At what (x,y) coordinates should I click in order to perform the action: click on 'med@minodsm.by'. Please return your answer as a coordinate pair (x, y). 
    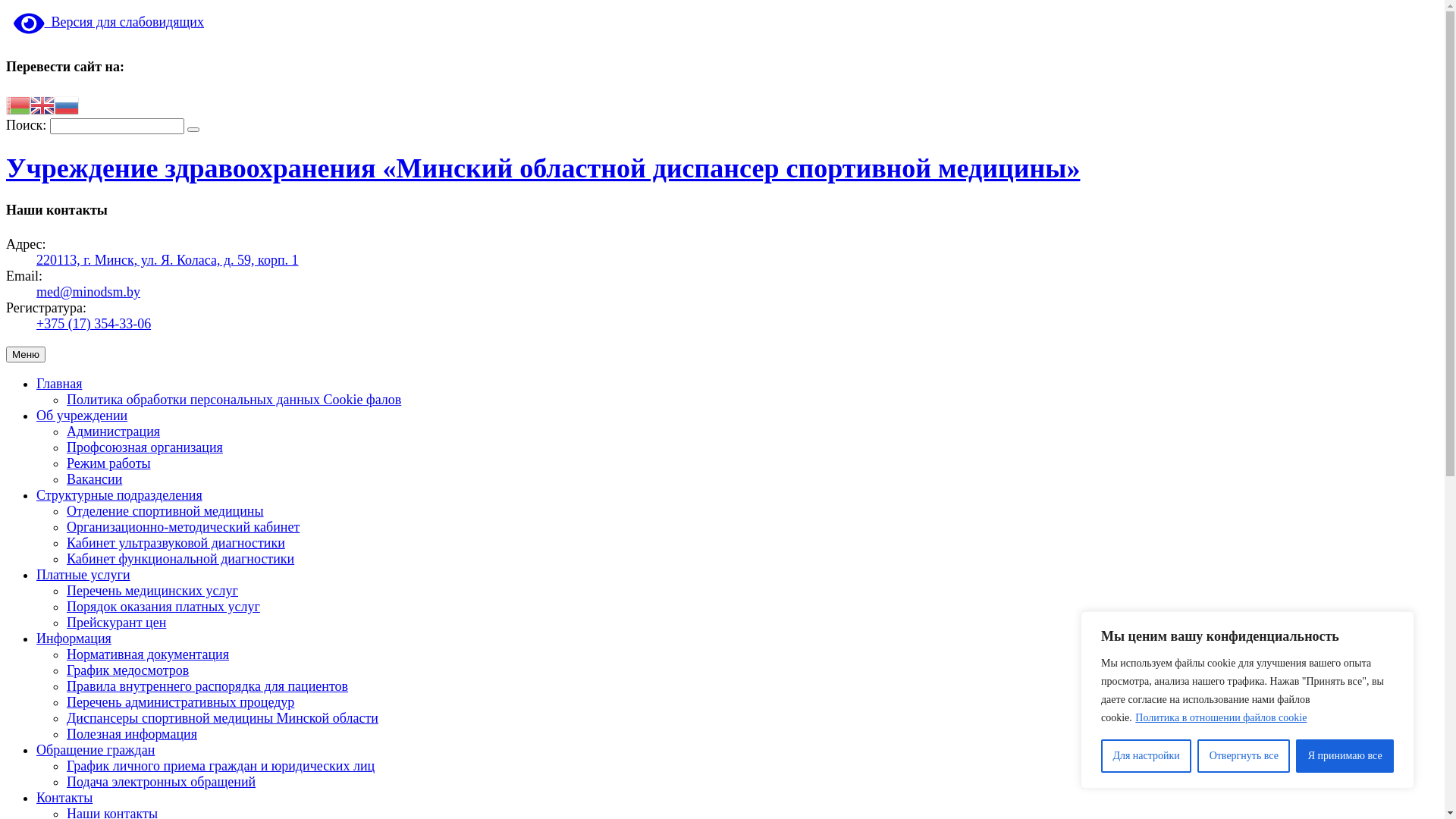
    Looking at the image, I should click on (87, 292).